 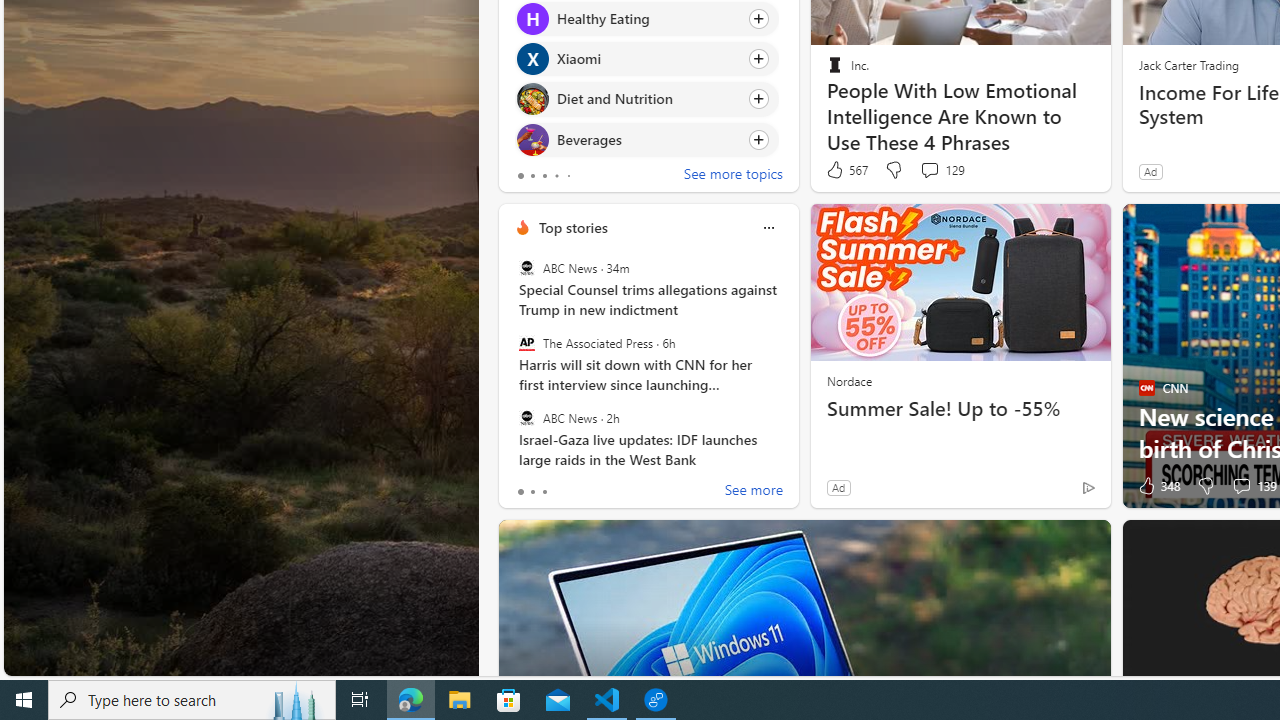 I want to click on 'View comments 129 Comment', so click(x=941, y=169).